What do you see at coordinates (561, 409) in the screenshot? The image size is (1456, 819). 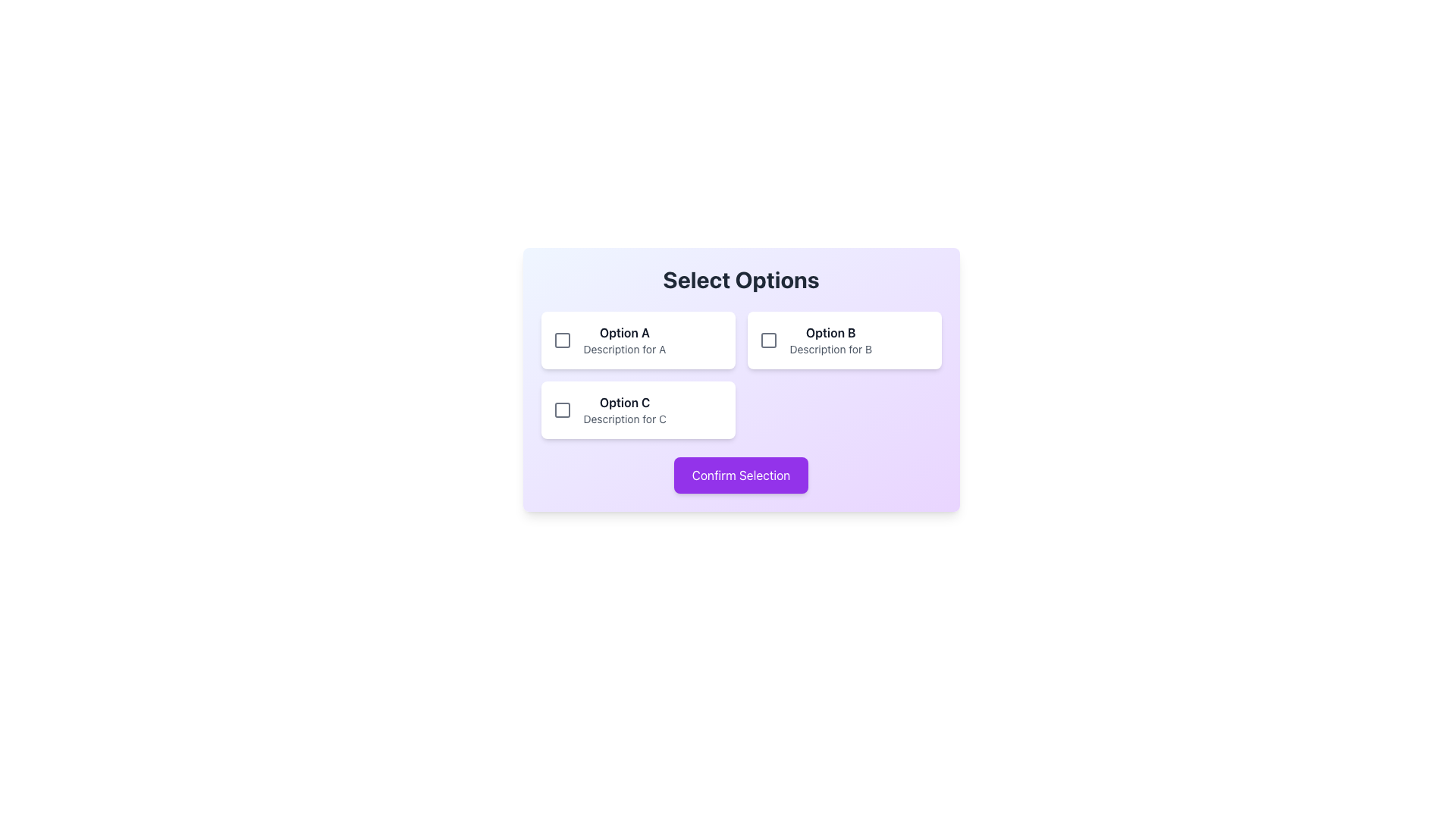 I see `the selection icon located on the left side of the 'Option C' text` at bounding box center [561, 409].